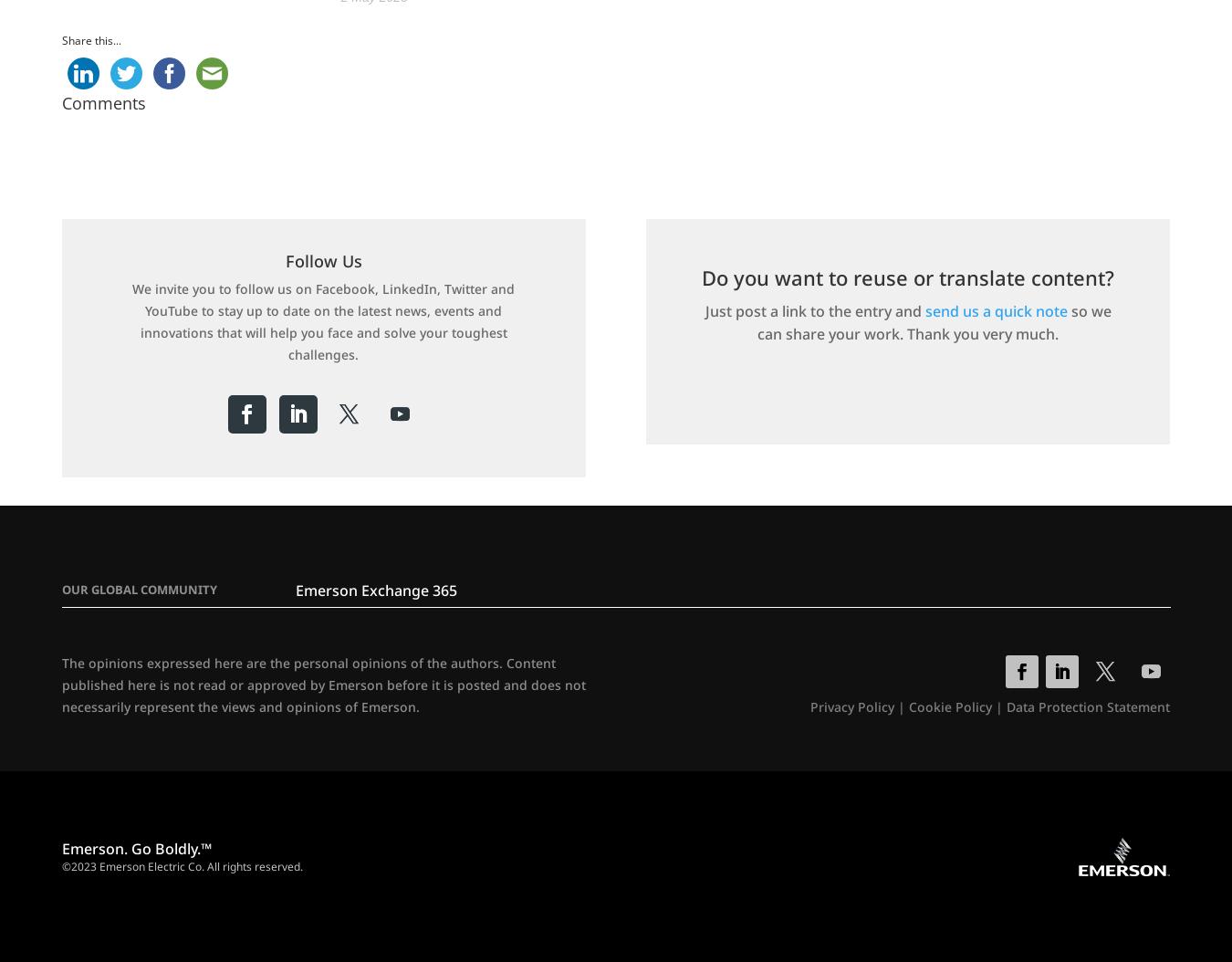  I want to click on 'so we can share your work. Thank you very much.', so click(934, 321).